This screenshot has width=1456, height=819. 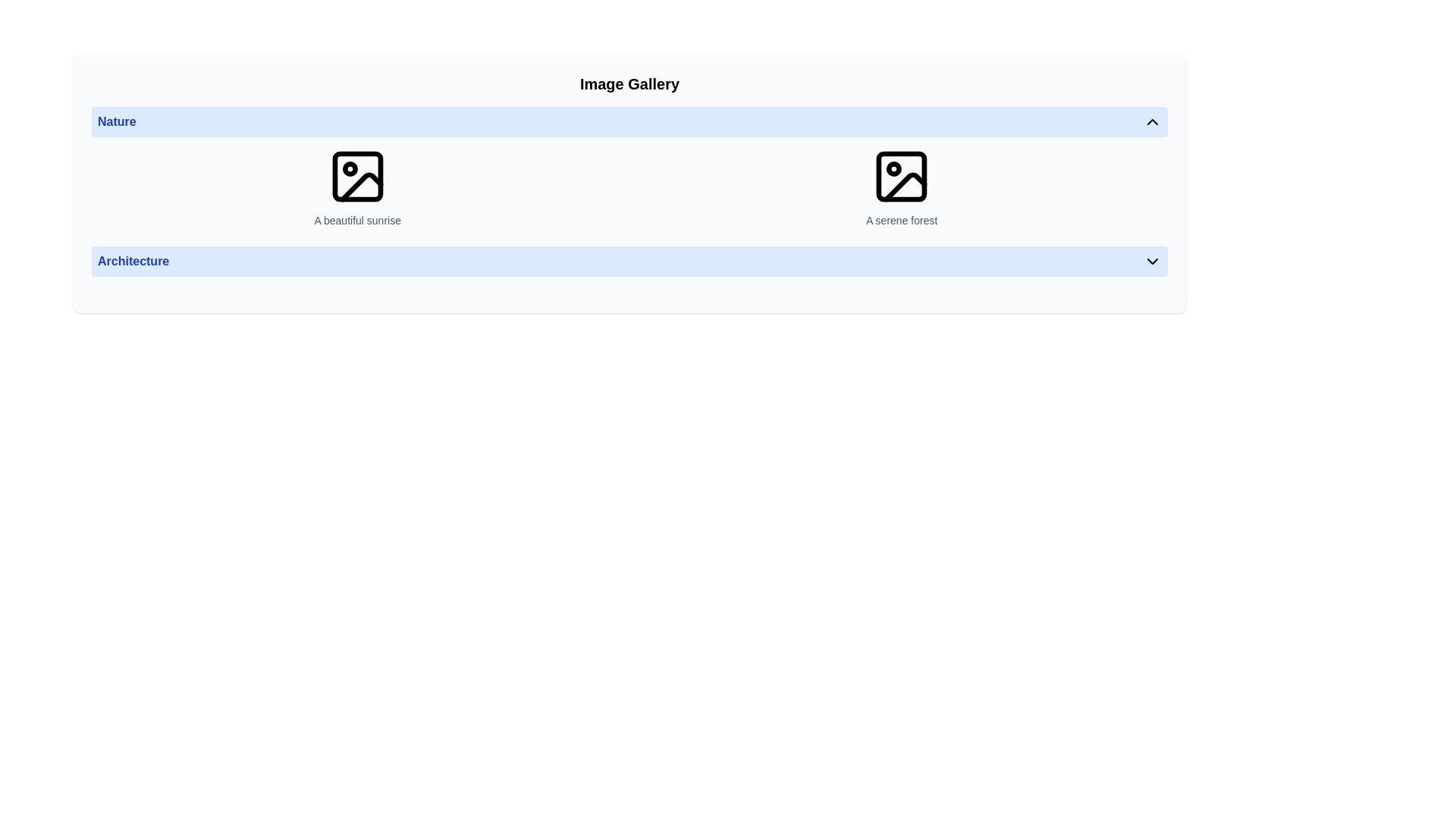 What do you see at coordinates (356, 175) in the screenshot?
I see `the photo icon with a rounded border, circular feature in the upper left corner, and a zigzag line in the lower right, located in the 'Nature' section above the text 'A beautiful sunrise'` at bounding box center [356, 175].